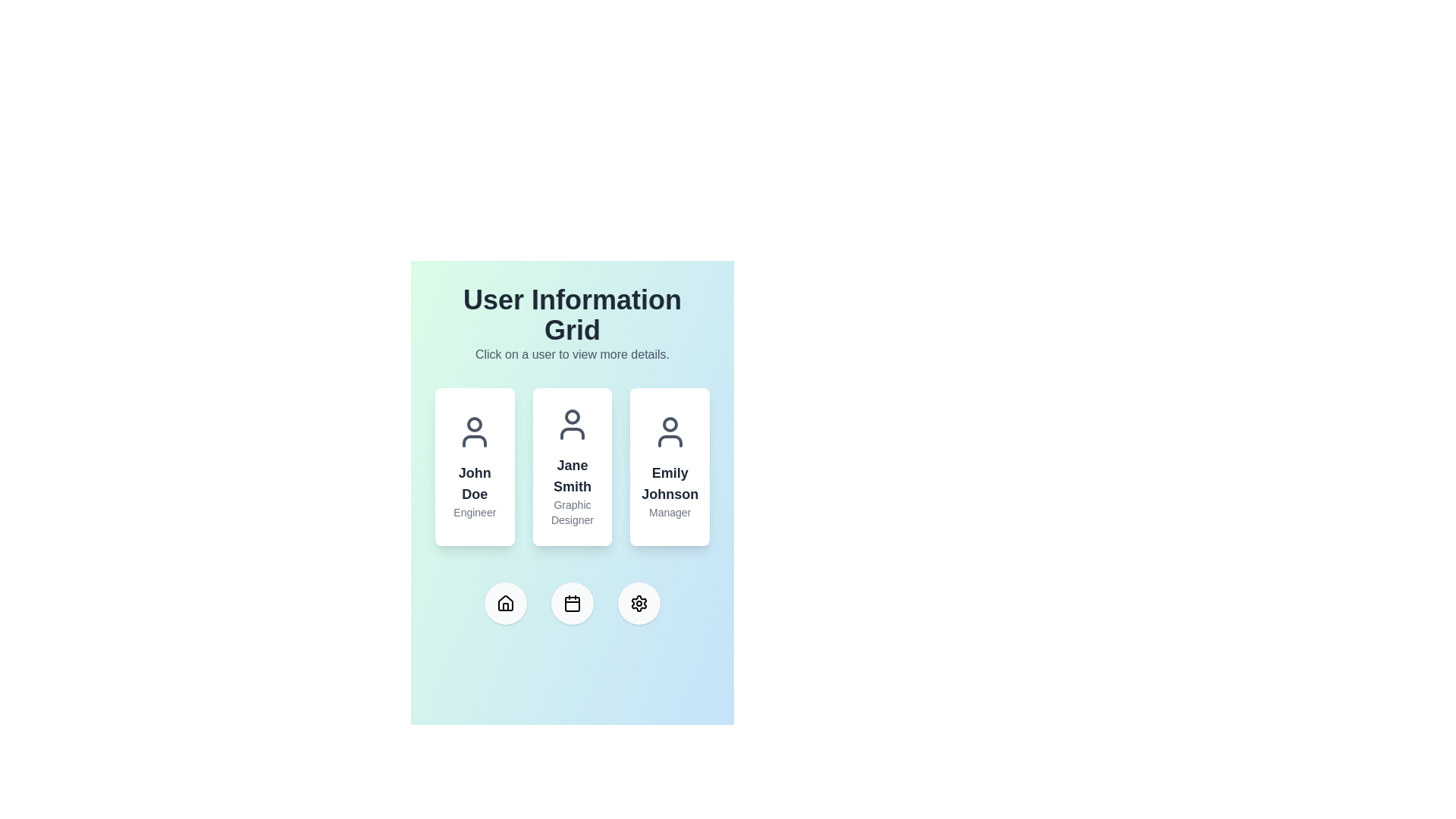 The image size is (1456, 819). What do you see at coordinates (571, 424) in the screenshot?
I see `the Profile Icon representing the user 'Jane Smith', which is a circular head over a curved torso outline, centrally placed at the top of the card` at bounding box center [571, 424].